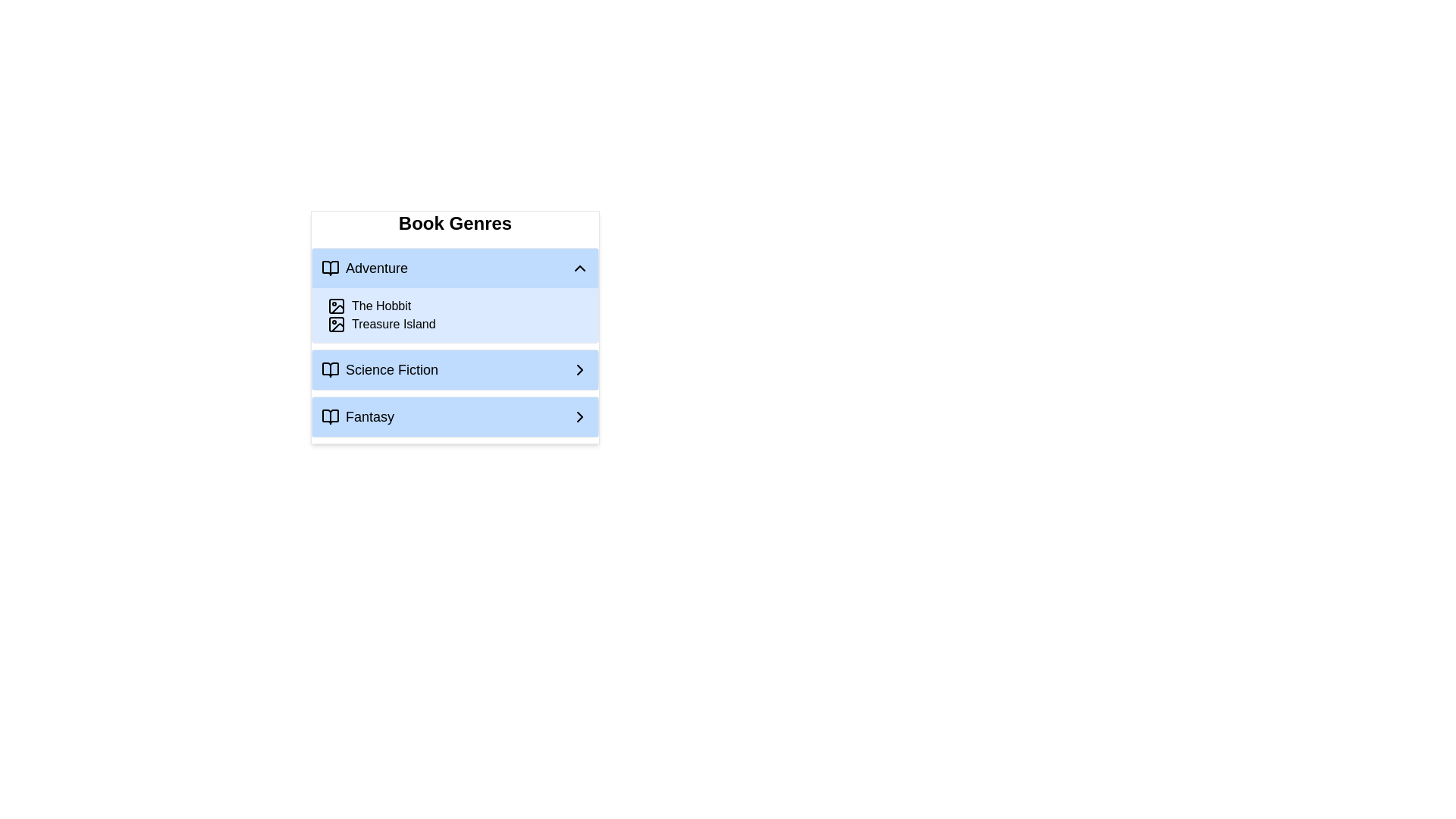 This screenshot has height=819, width=1456. I want to click on the image placeholder icon located in the 'Adventure' section next to the title 'Treasure Island', so click(336, 324).